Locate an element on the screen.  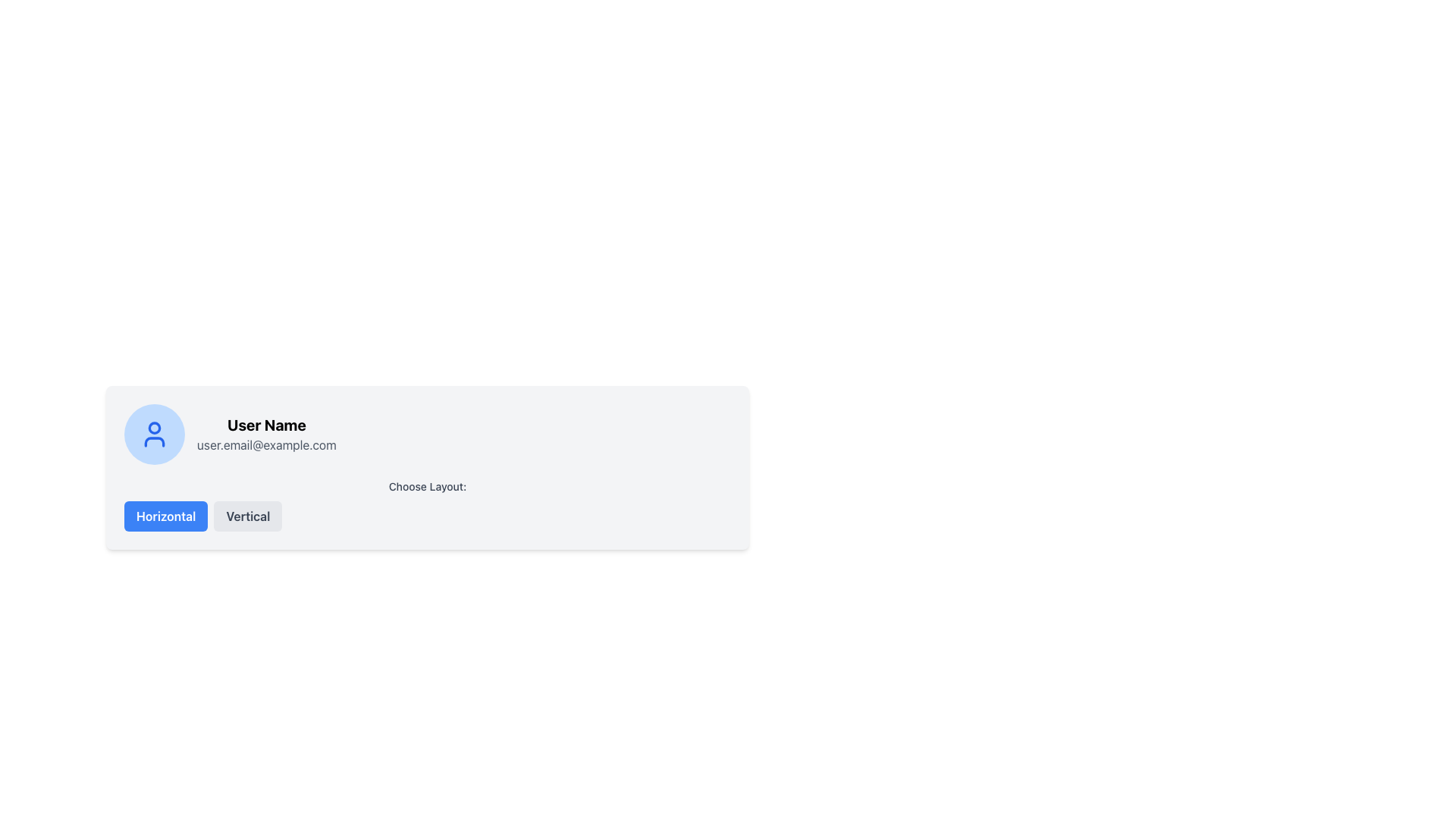
the circular badge styled with a light blue background containing a user icon in dark blue color, which represents a profile. This badge is located at the left-most side of the interface, preceding the username and email address is located at coordinates (154, 435).